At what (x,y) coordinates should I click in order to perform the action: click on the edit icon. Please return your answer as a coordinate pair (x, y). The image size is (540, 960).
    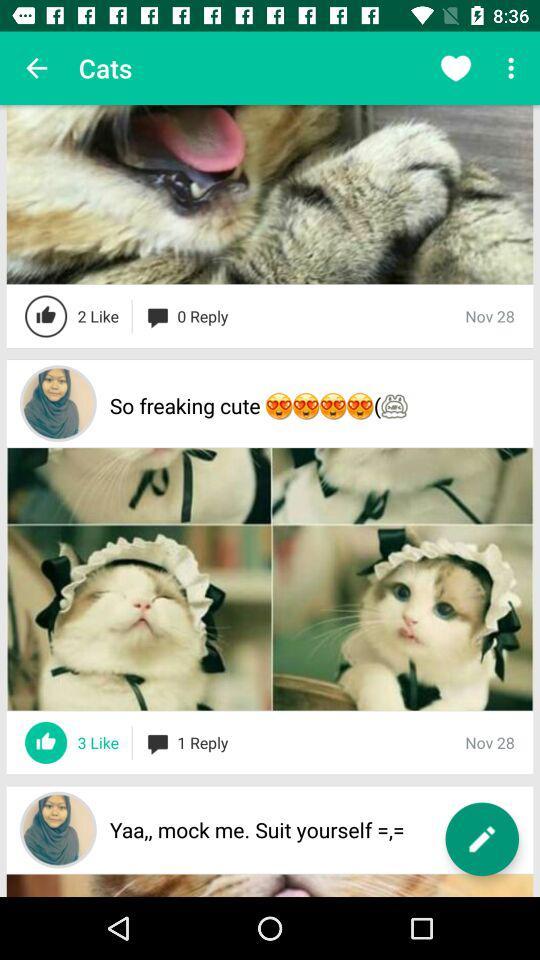
    Looking at the image, I should click on (481, 839).